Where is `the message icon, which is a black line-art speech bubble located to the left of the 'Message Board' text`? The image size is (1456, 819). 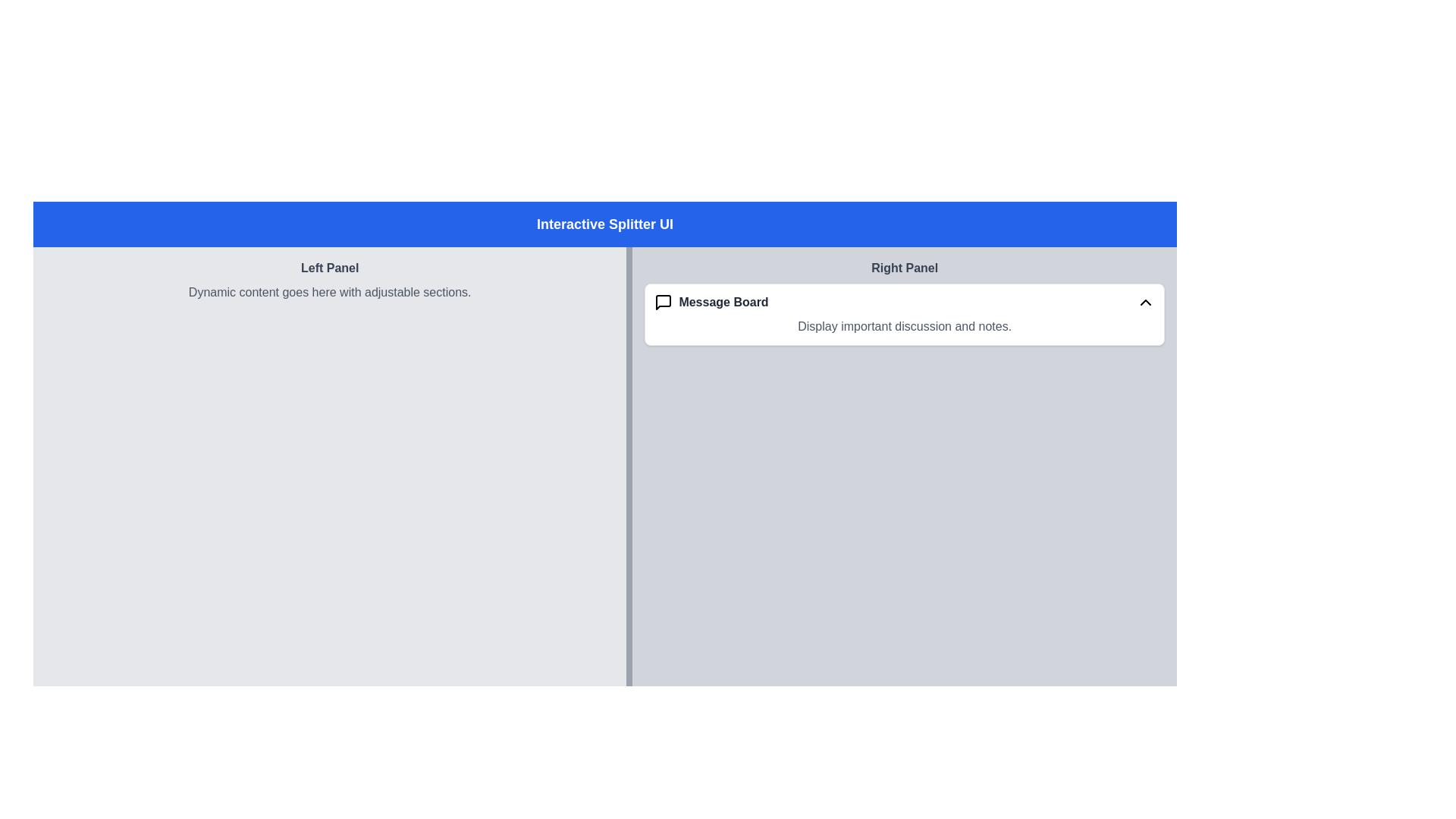
the message icon, which is a black line-art speech bubble located to the left of the 'Message Board' text is located at coordinates (664, 302).